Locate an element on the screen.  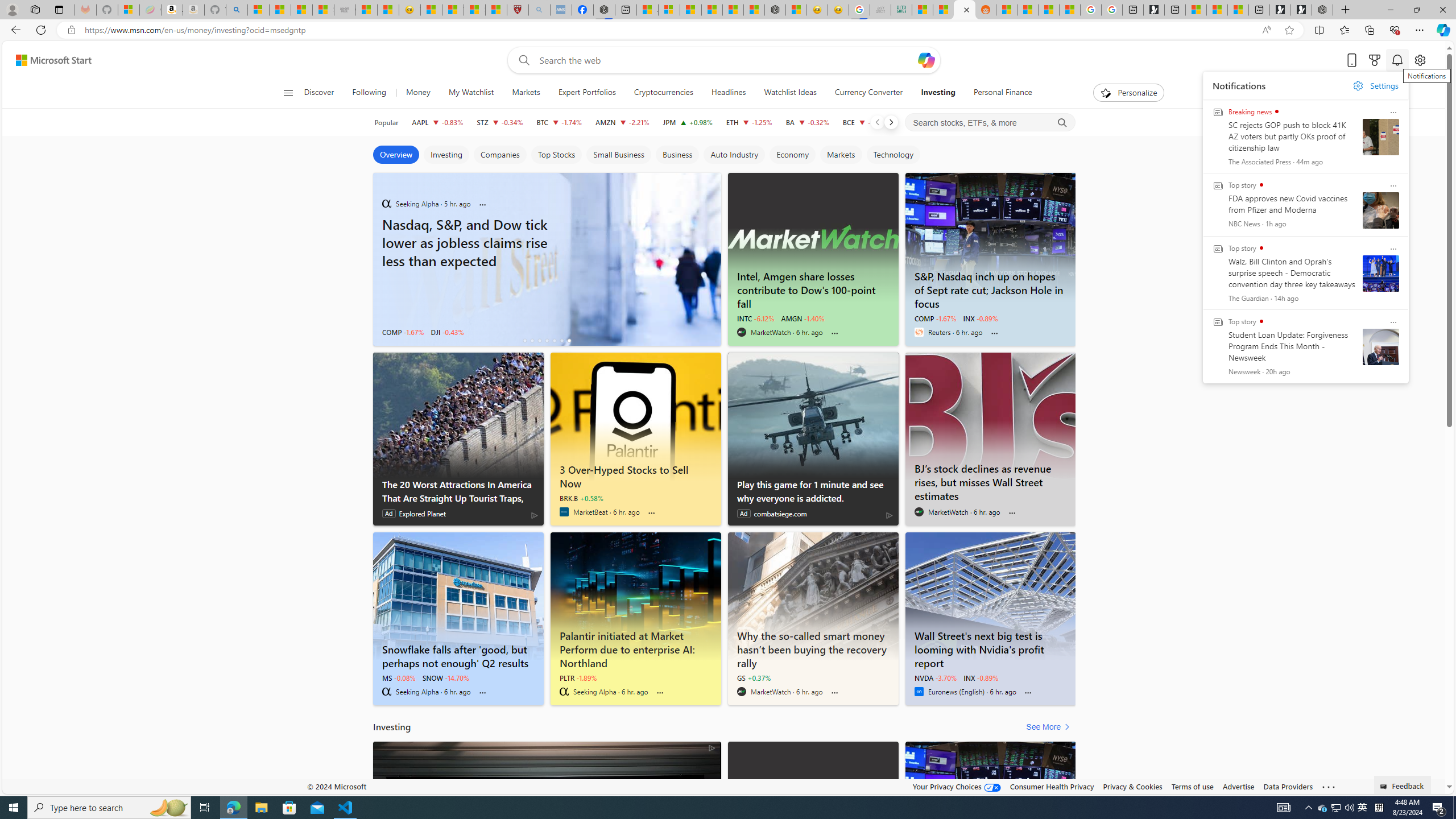
'ETH Ethereum decrease 2,611.71 -32.54 -1.25%' is located at coordinates (748, 122).